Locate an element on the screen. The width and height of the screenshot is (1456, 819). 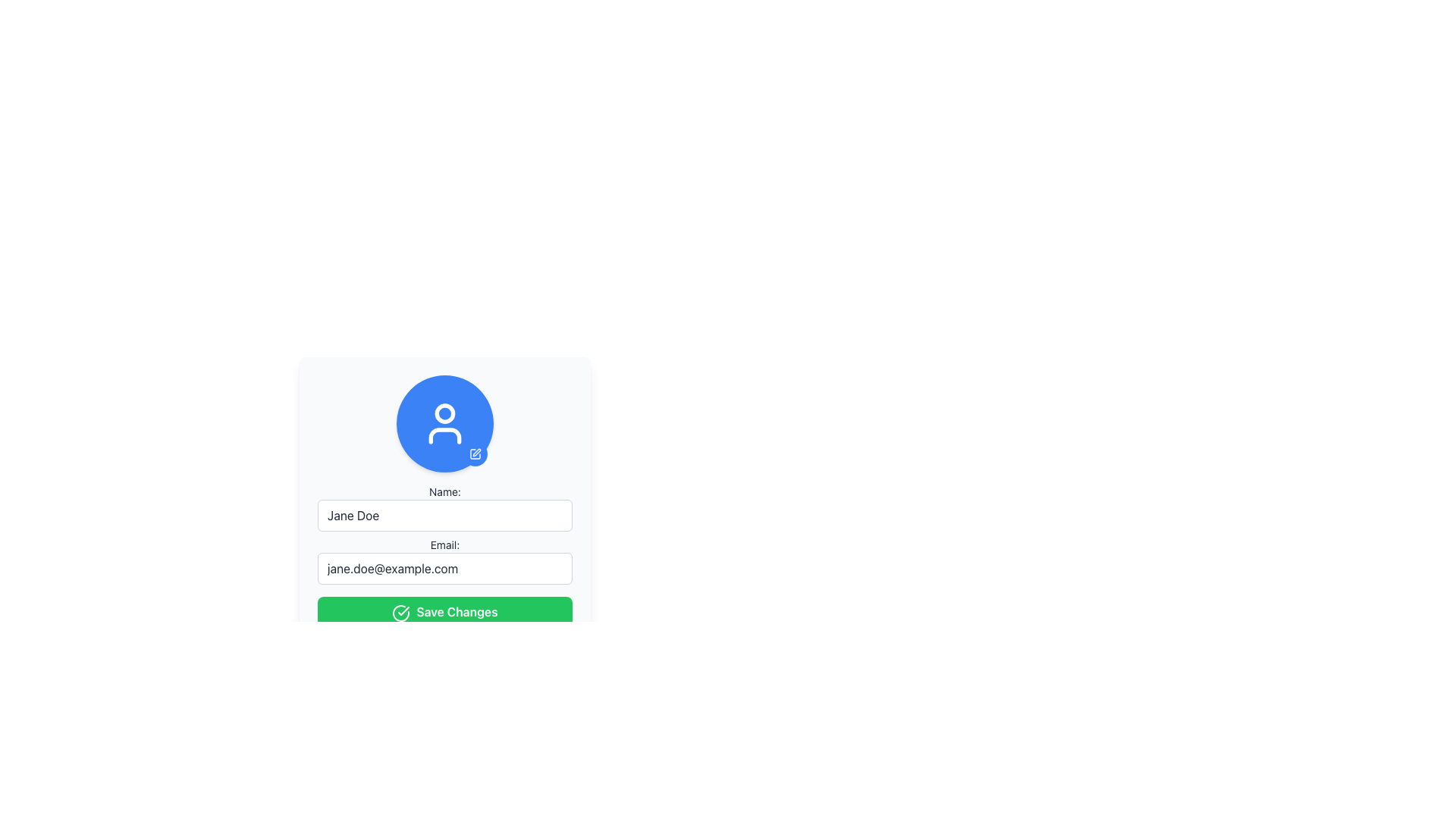
the confirmation icon located to the left of the 'Save Changes' text on the green button is located at coordinates (401, 612).